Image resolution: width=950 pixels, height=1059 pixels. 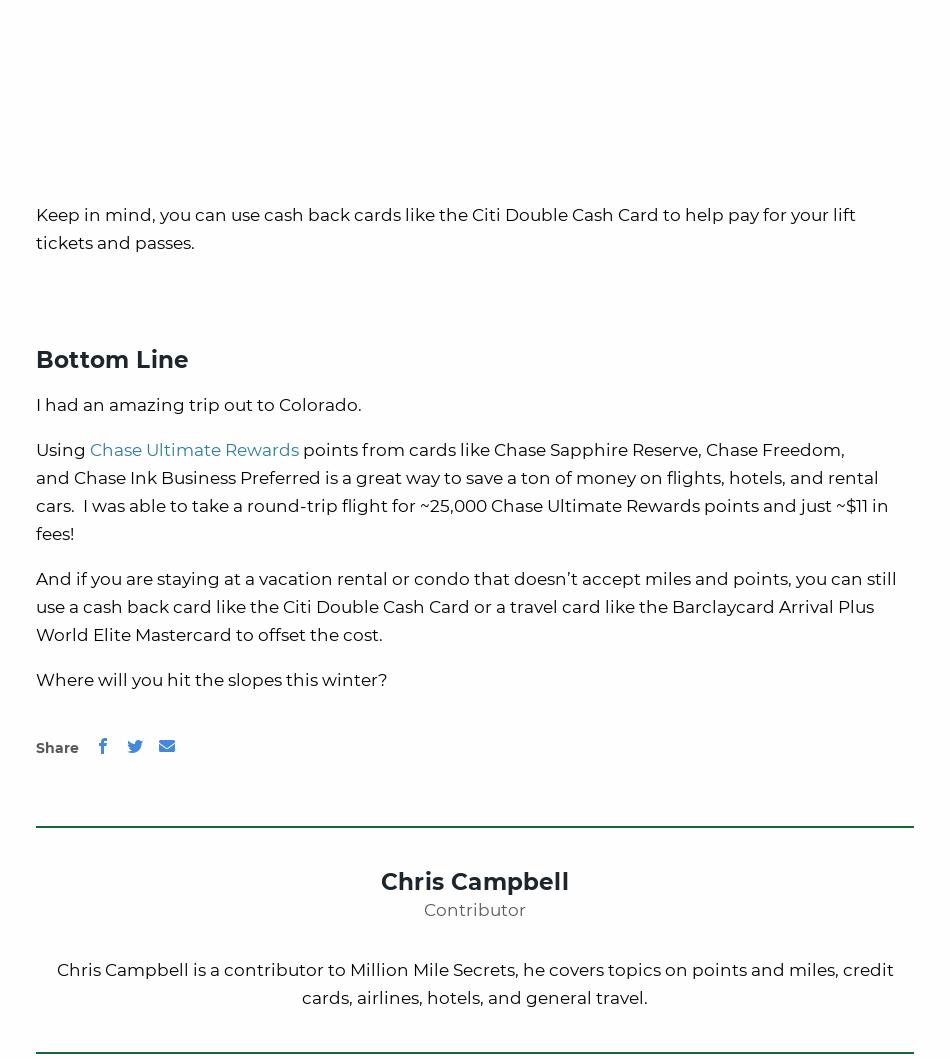 I want to click on 'Share', so click(x=57, y=746).